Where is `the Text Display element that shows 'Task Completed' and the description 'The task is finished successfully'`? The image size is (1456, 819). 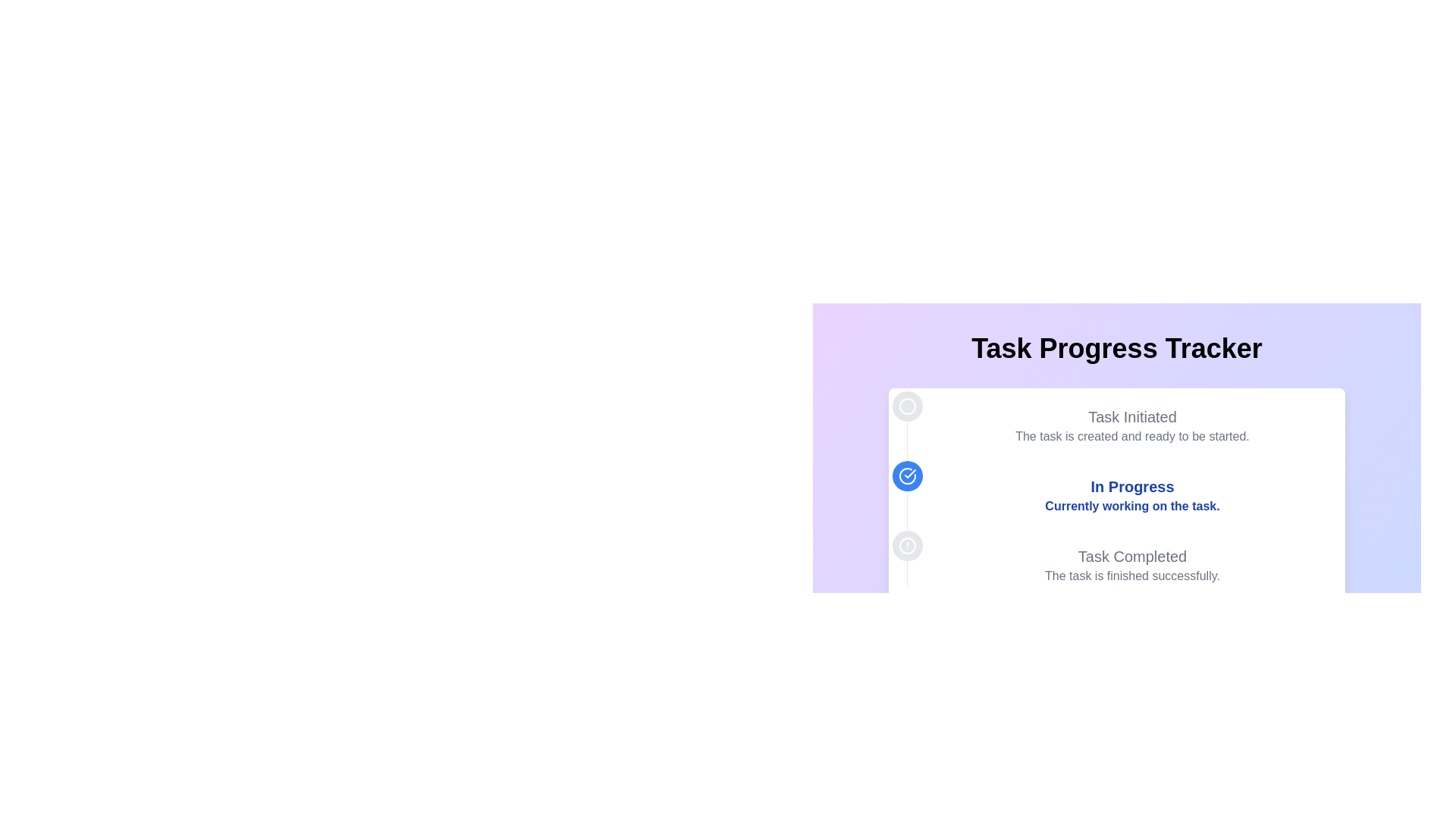 the Text Display element that shows 'Task Completed' and the description 'The task is finished successfully' is located at coordinates (1117, 565).